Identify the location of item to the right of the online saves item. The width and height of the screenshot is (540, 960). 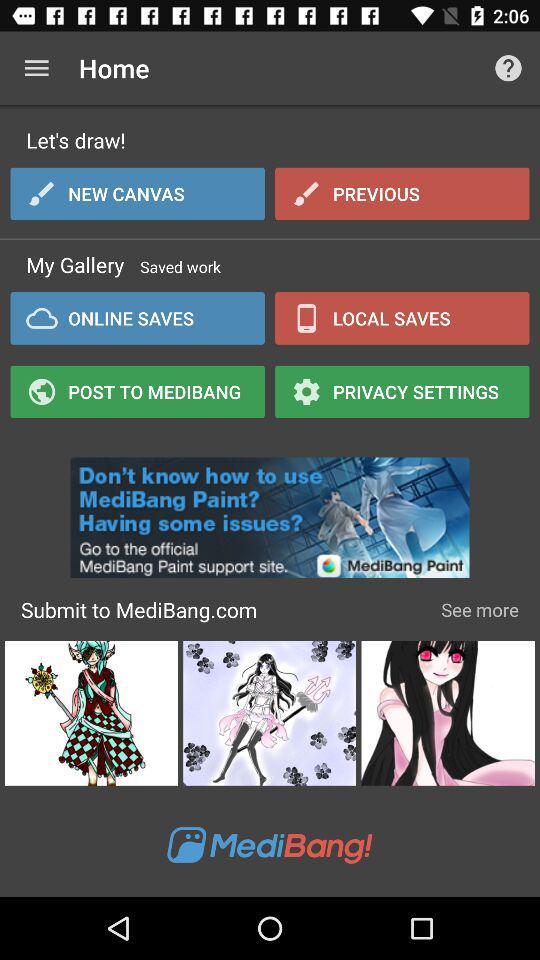
(402, 318).